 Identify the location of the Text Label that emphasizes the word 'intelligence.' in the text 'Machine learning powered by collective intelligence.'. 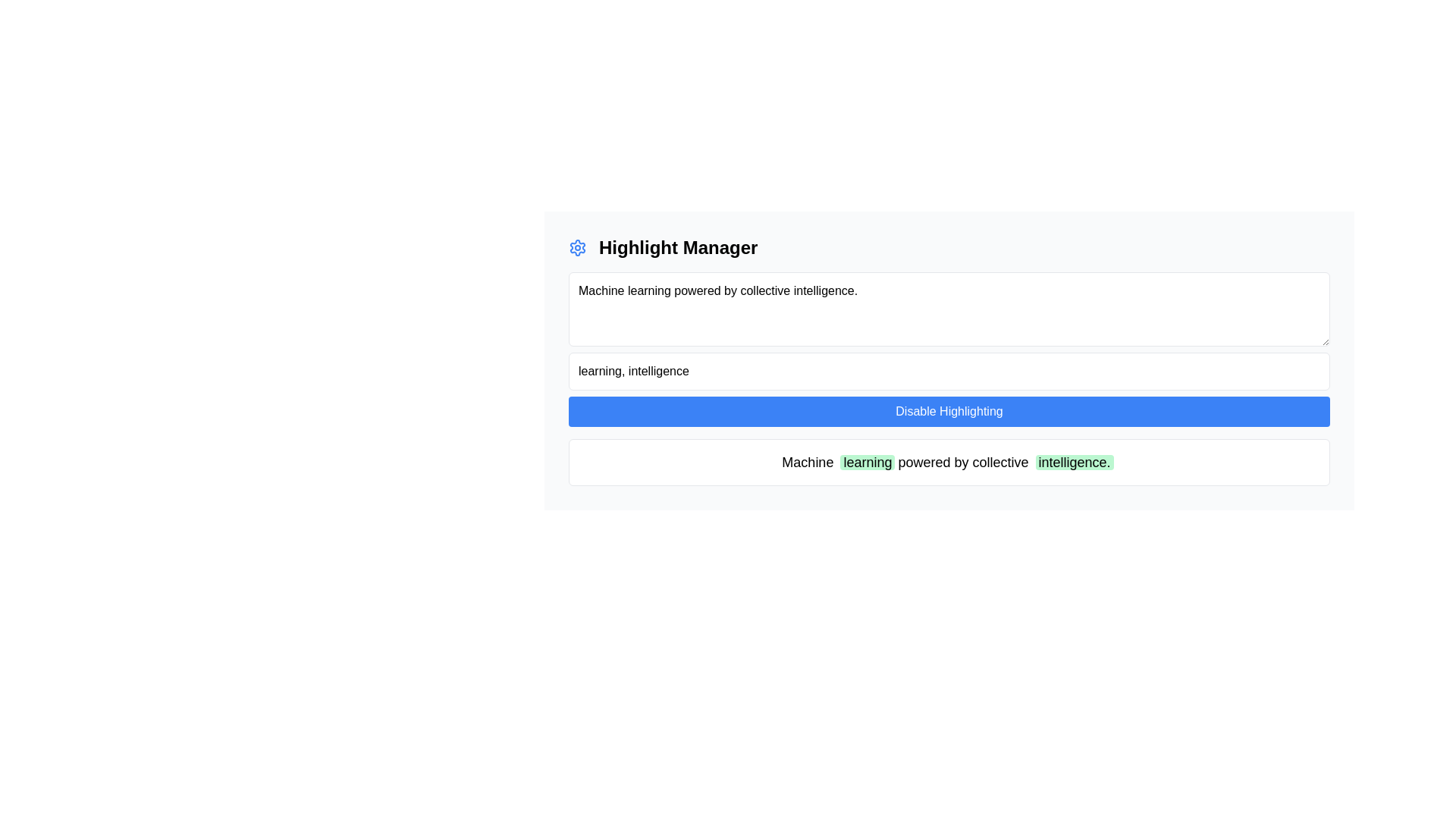
(1074, 461).